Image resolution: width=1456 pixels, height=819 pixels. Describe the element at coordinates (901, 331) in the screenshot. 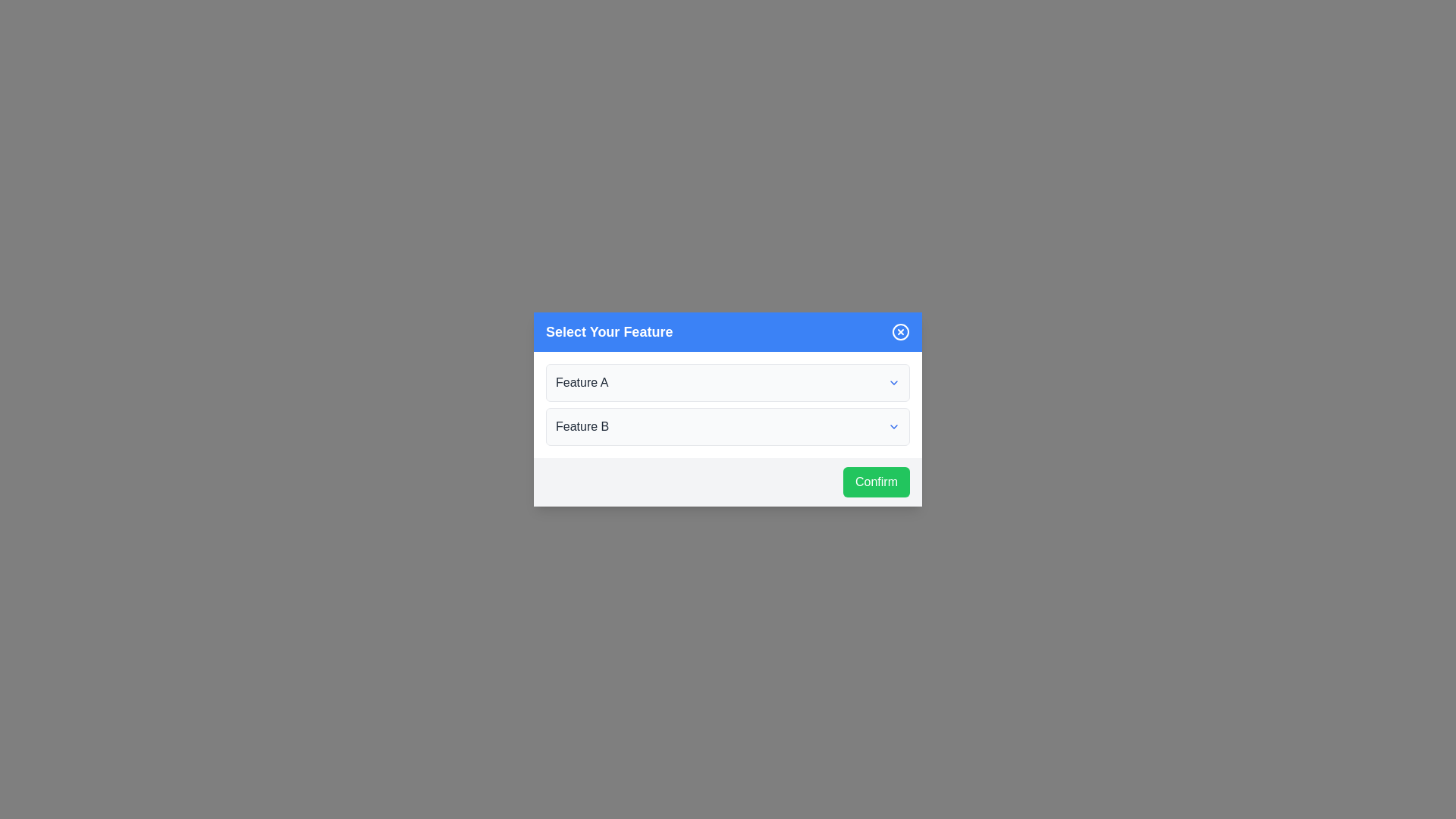

I see `the SVG circle element located in the top-right corner of the blue header bar of the modal dialog, which features a centered radial pattern and an X mark at its center` at that location.